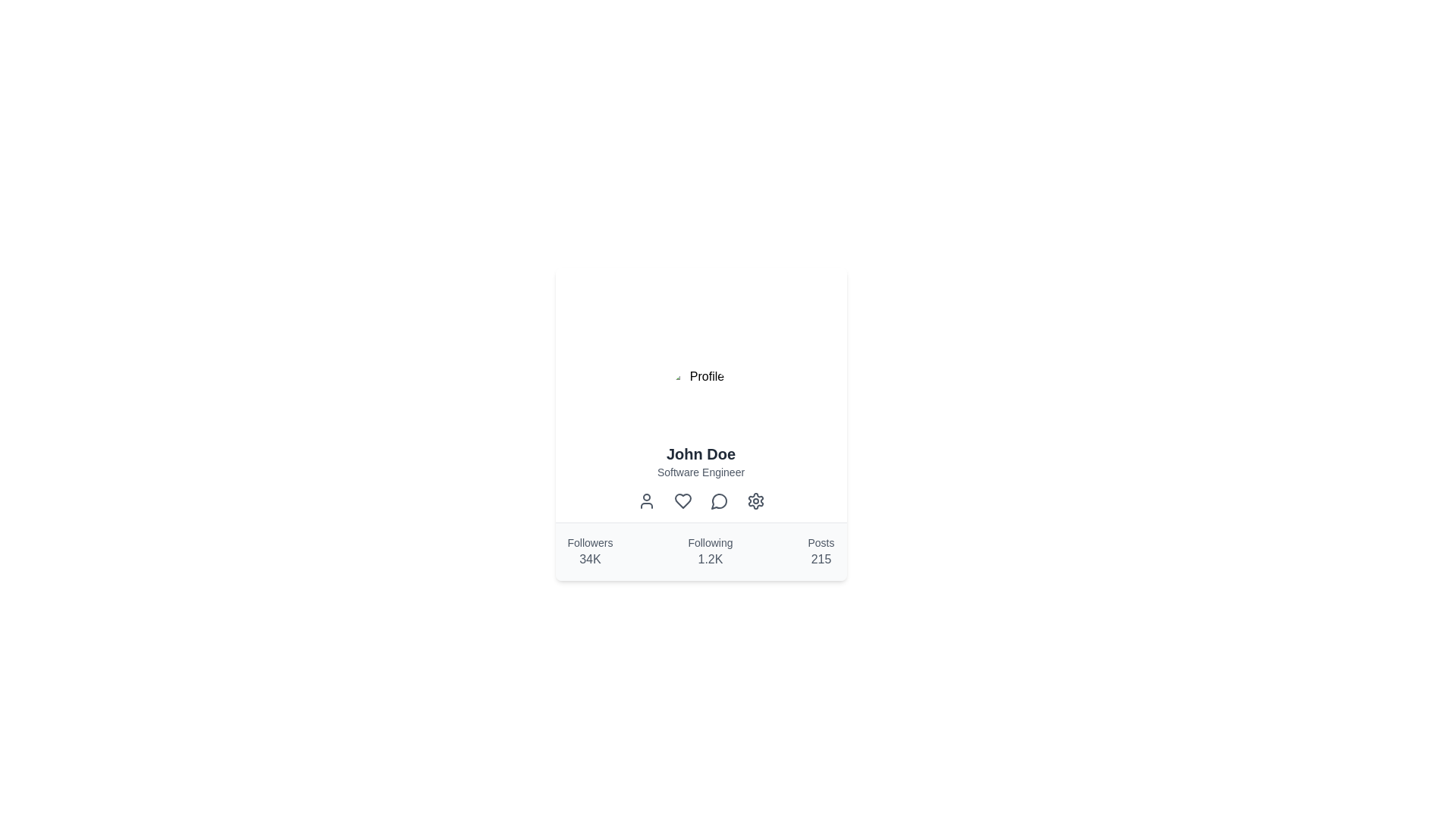  What do you see at coordinates (718, 500) in the screenshot?
I see `the third icon button in the row, which initiates a messaging function or allows viewing messages` at bounding box center [718, 500].